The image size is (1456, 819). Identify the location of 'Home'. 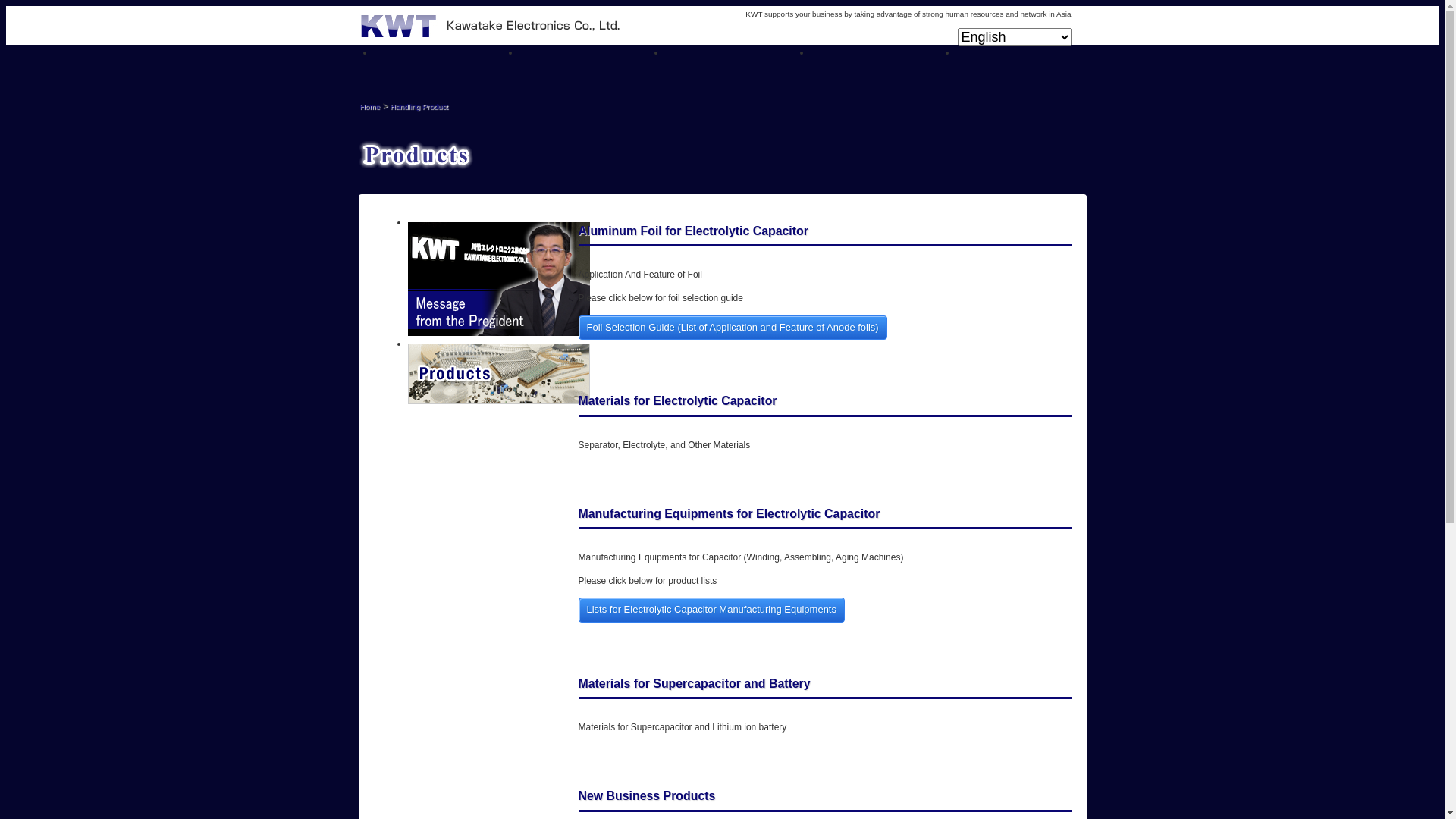
(369, 105).